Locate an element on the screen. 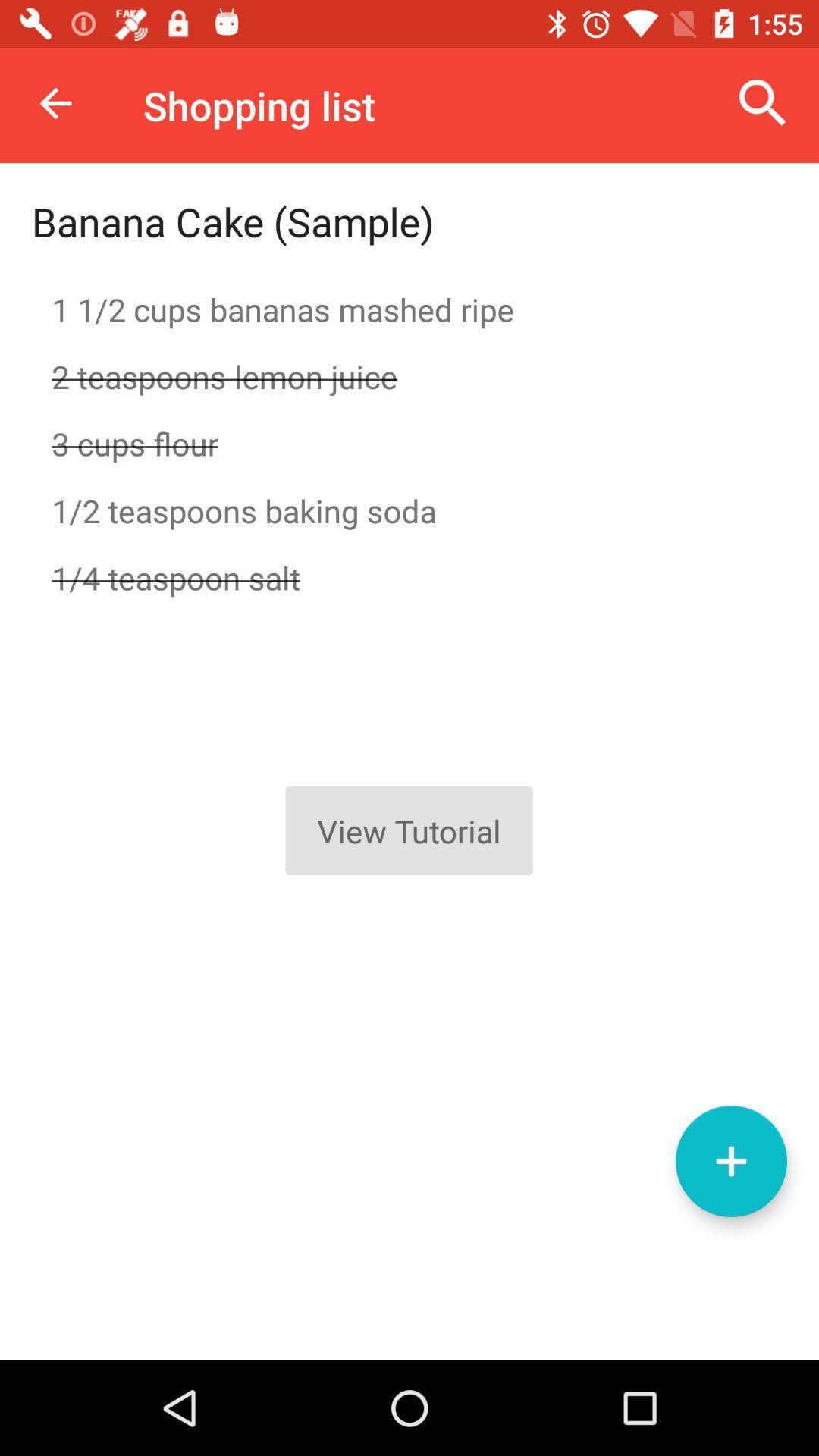 Image resolution: width=819 pixels, height=1456 pixels. the icon to the left of the shopping list is located at coordinates (55, 102).